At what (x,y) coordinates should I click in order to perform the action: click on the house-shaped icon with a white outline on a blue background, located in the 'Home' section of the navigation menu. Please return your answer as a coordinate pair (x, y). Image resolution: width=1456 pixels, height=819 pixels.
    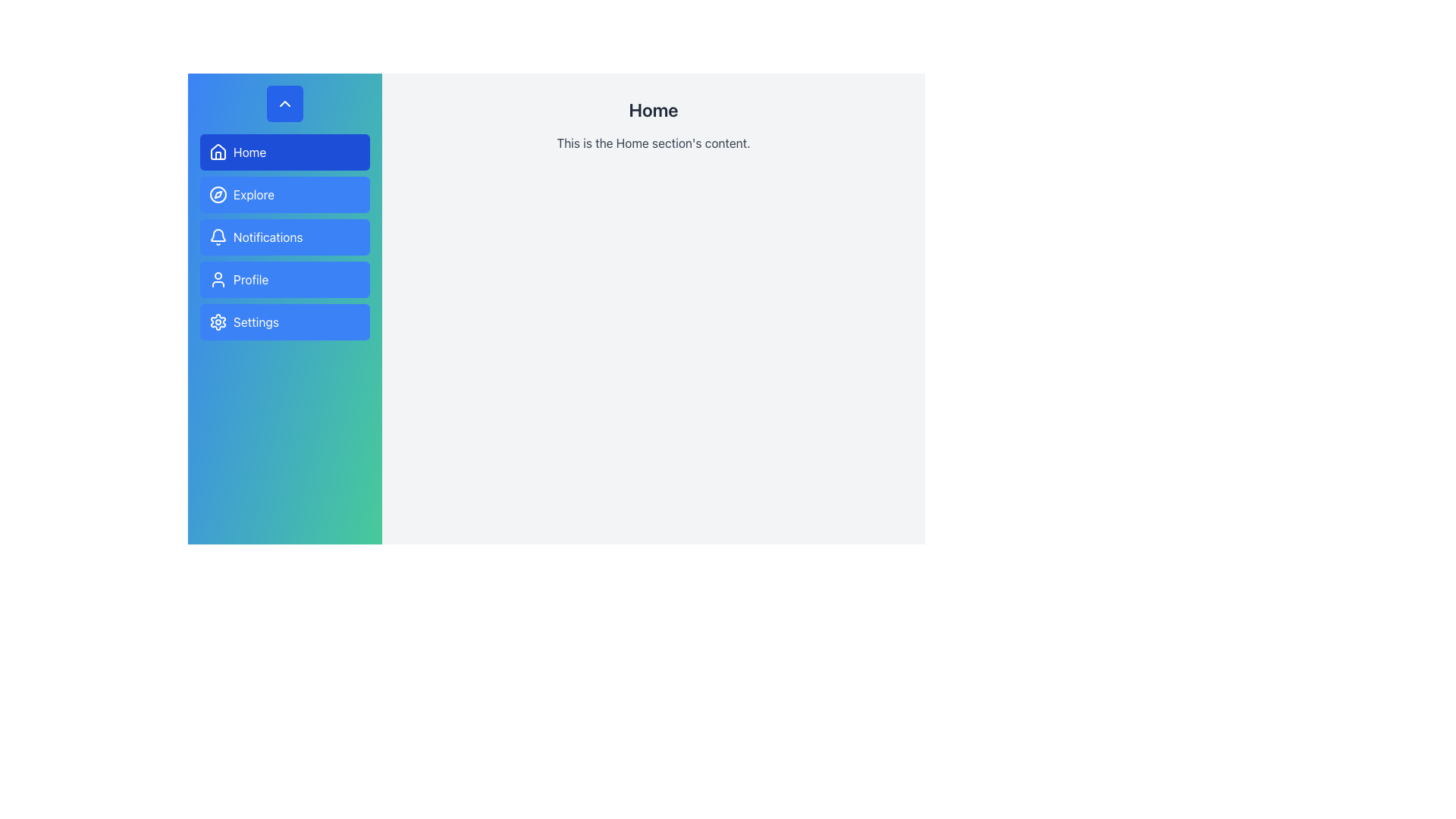
    Looking at the image, I should click on (218, 152).